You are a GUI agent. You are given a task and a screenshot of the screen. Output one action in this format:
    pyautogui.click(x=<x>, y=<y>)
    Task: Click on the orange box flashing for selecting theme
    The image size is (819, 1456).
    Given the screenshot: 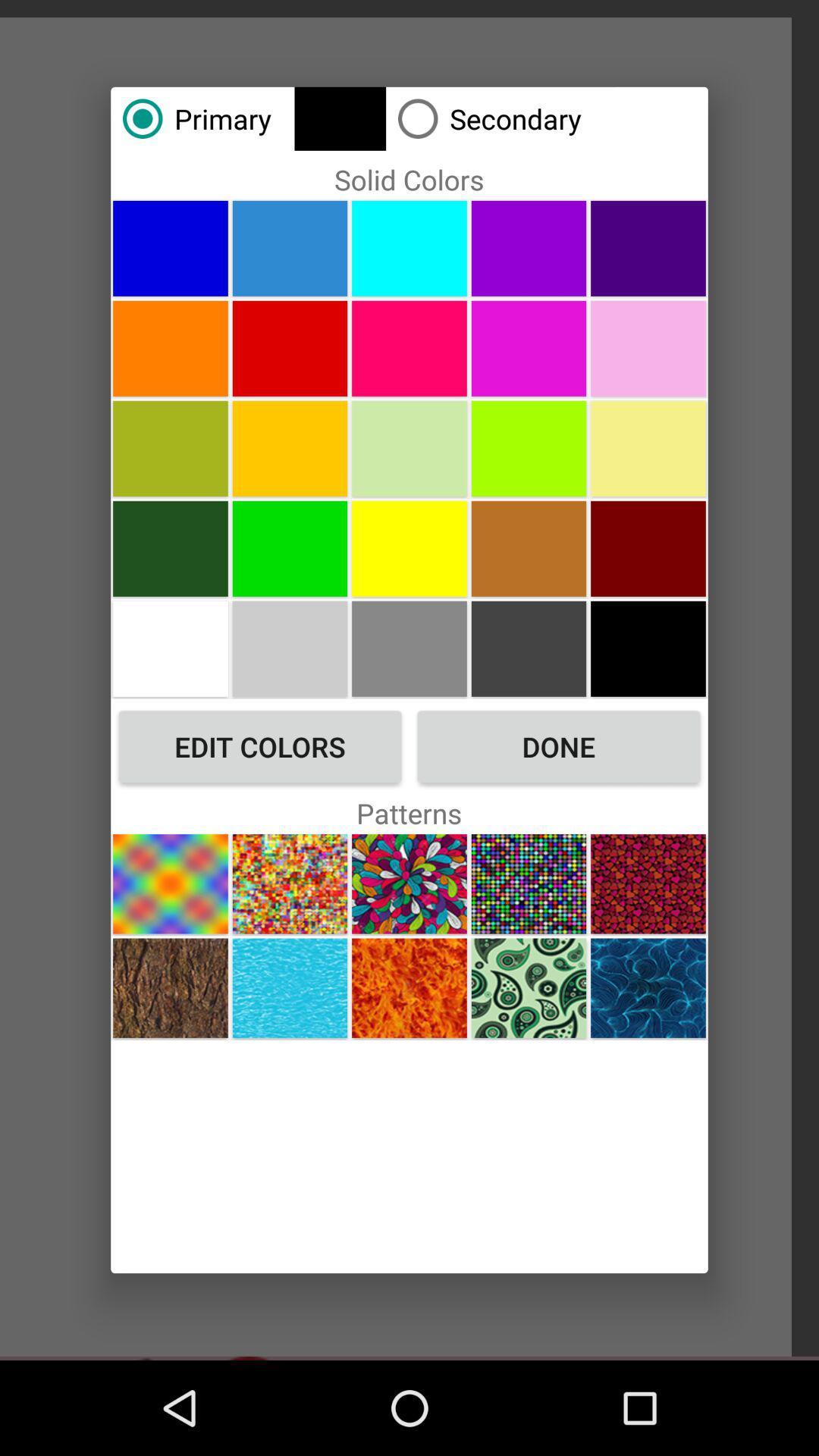 What is the action you would take?
    pyautogui.click(x=648, y=988)
    